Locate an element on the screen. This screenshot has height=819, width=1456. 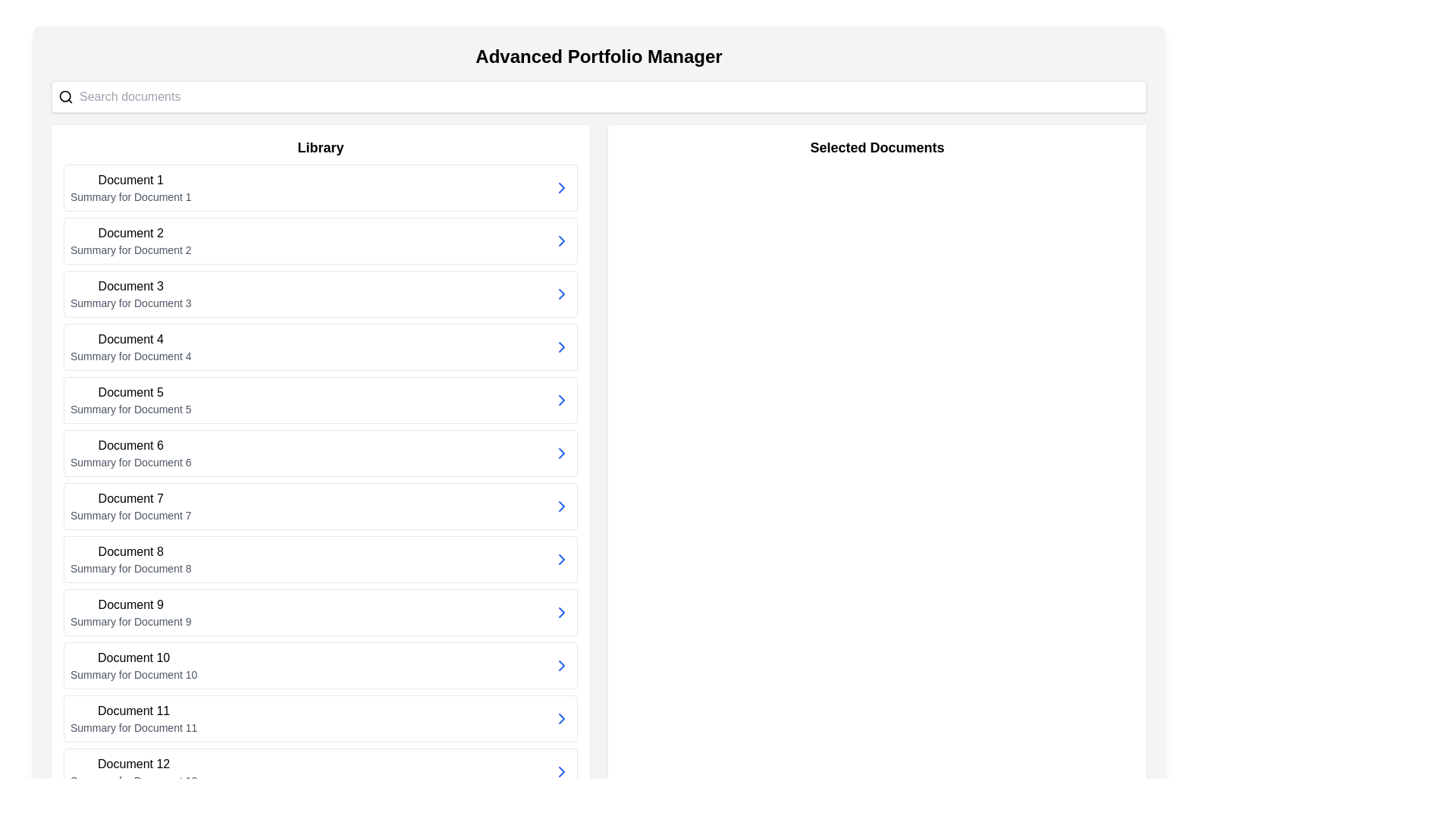
the text label reading 'Document 6' is located at coordinates (130, 452).